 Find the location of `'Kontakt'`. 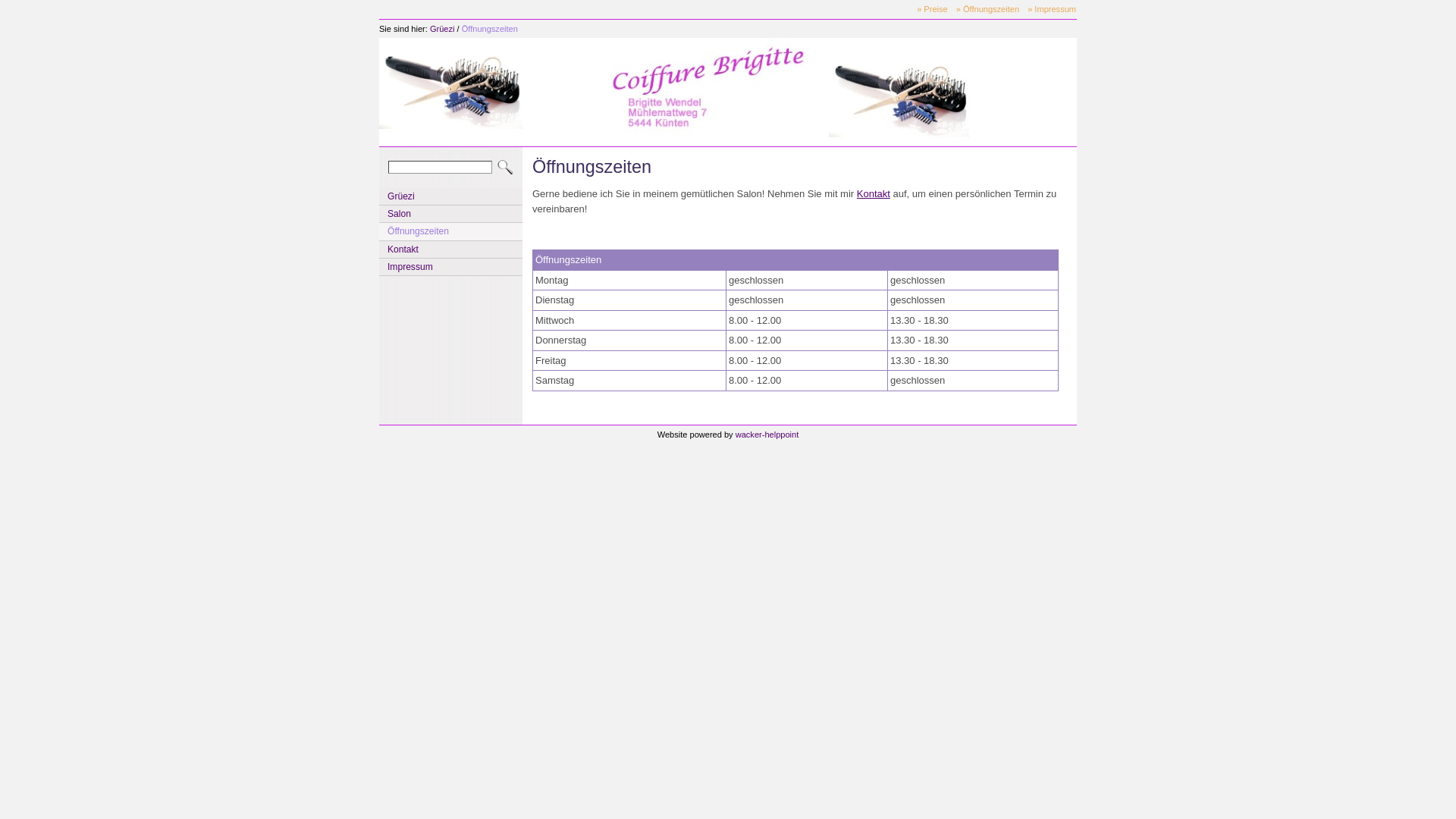

'Kontakt' is located at coordinates (874, 193).